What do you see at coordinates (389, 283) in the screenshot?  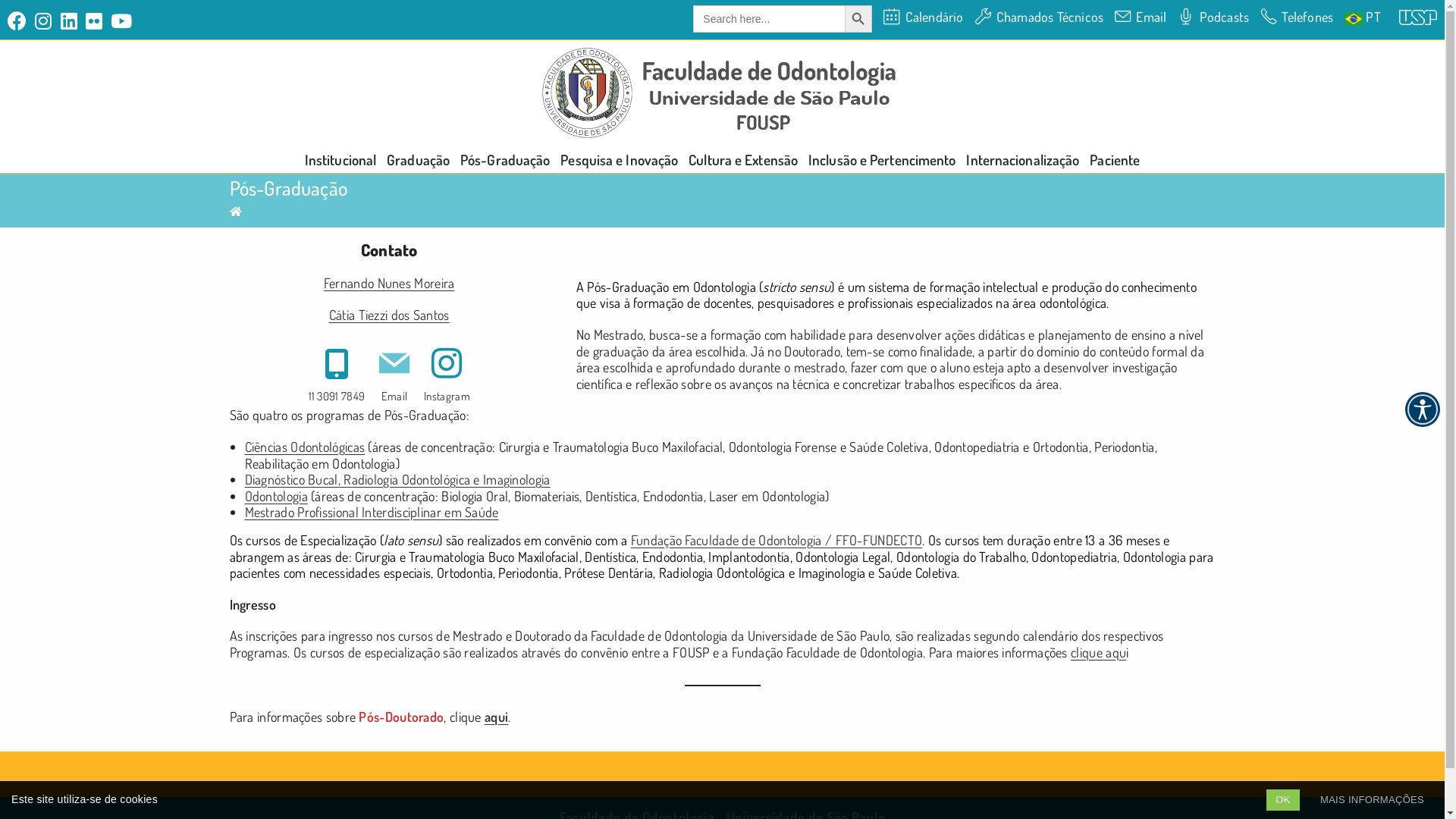 I see `'Fernando Nunes Moreira'` at bounding box center [389, 283].